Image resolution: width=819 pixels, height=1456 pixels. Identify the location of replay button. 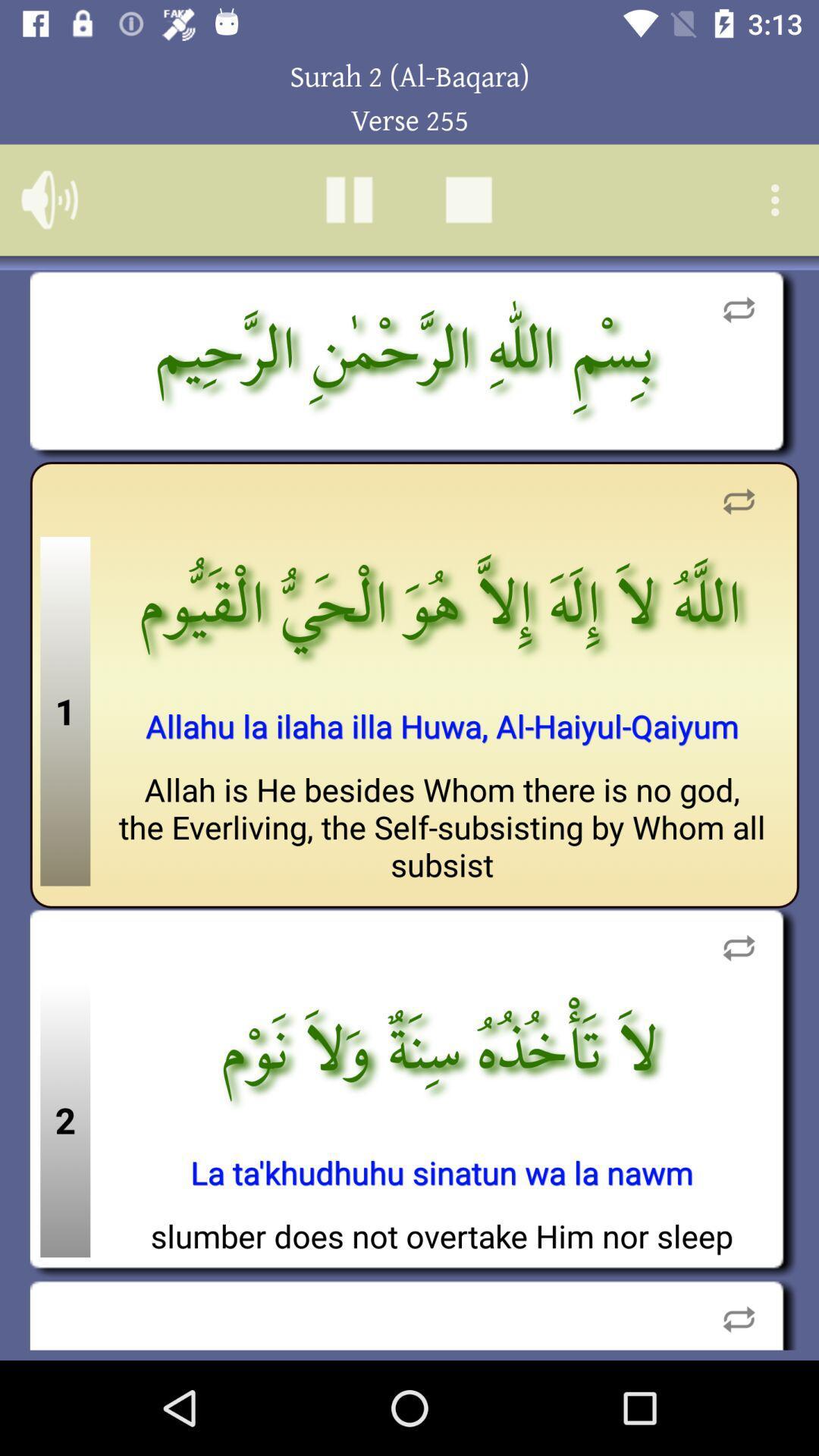
(738, 1313).